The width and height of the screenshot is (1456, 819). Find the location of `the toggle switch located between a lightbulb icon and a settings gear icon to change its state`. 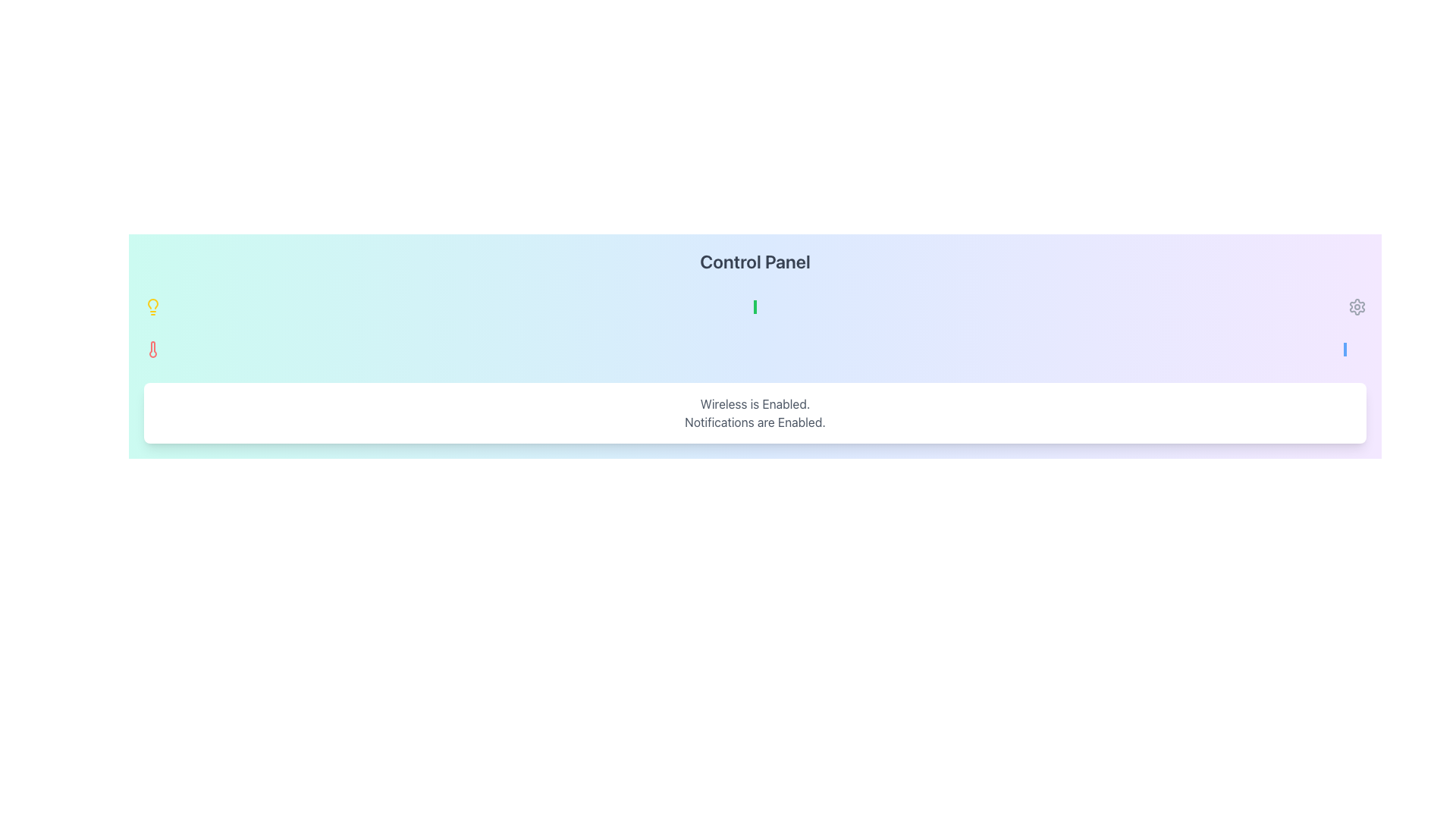

the toggle switch located between a lightbulb icon and a settings gear icon to change its state is located at coordinates (755, 307).